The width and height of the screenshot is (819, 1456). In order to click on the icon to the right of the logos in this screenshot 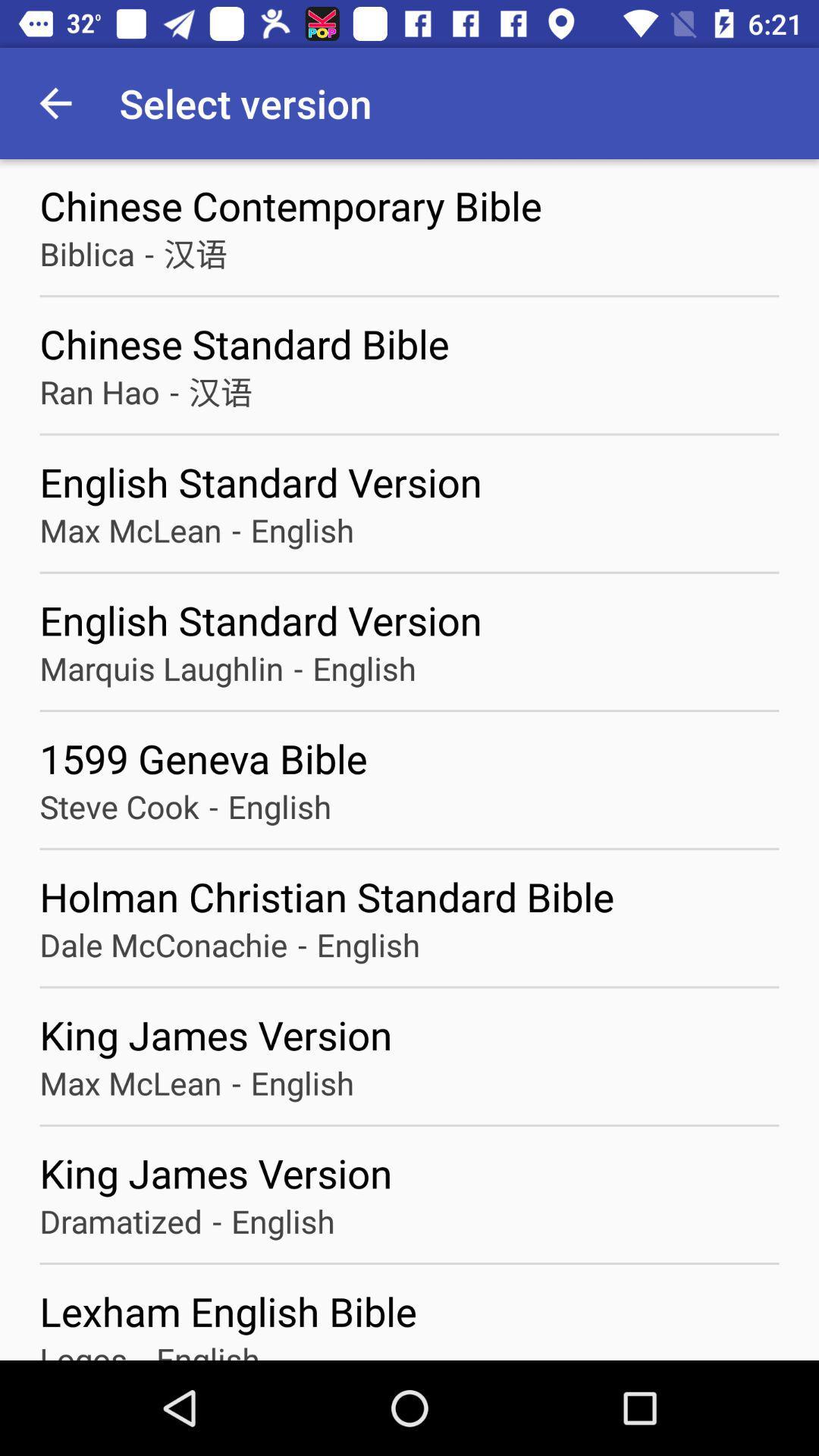, I will do `click(142, 1349)`.